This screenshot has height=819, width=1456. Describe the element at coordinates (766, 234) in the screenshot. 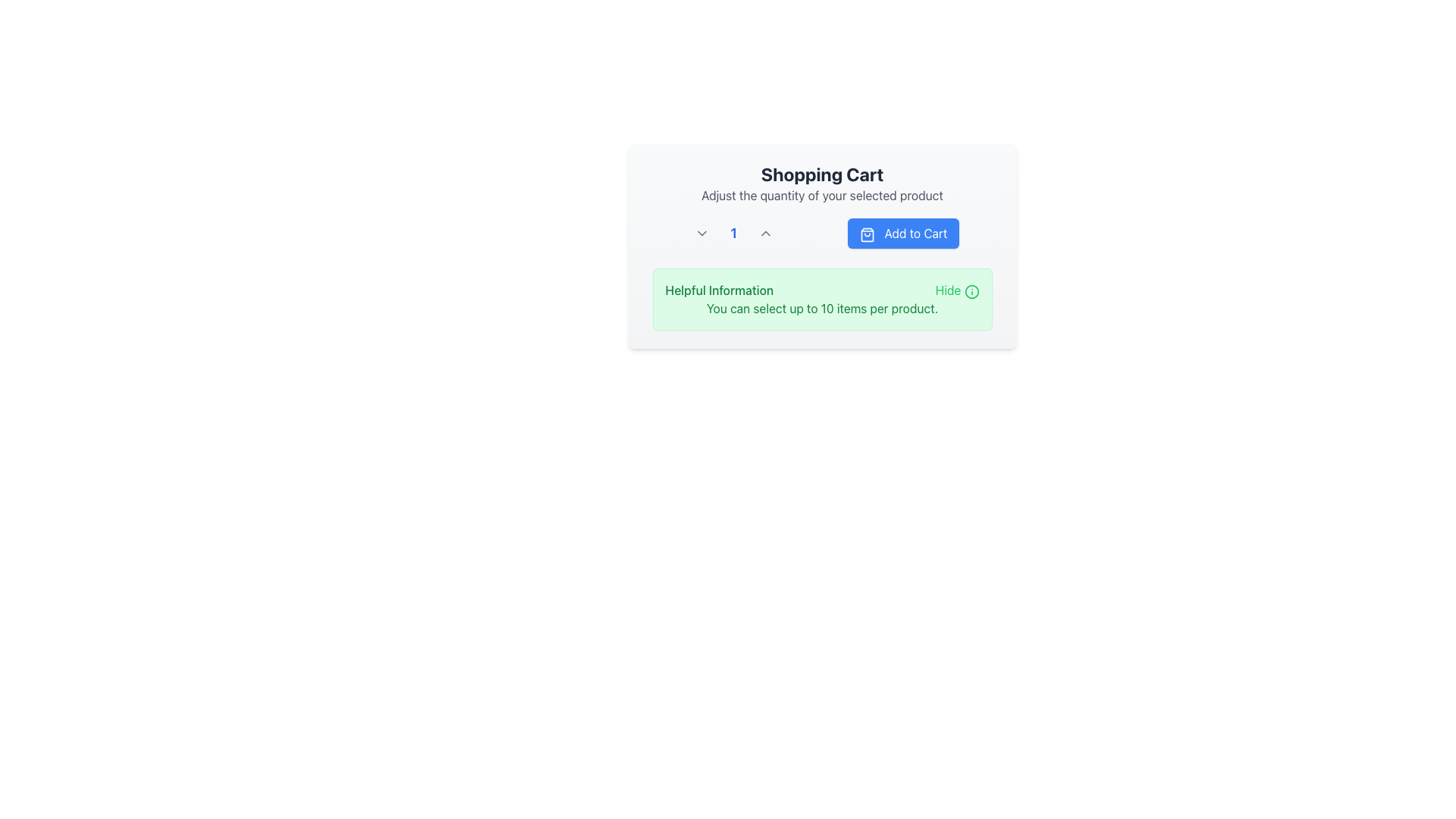

I see `the circular button with a subtle gray color and an upward chevron arrow to increase the quantity, located to the right of the number display '1' and above the blue 'Add to Cart' button` at that location.